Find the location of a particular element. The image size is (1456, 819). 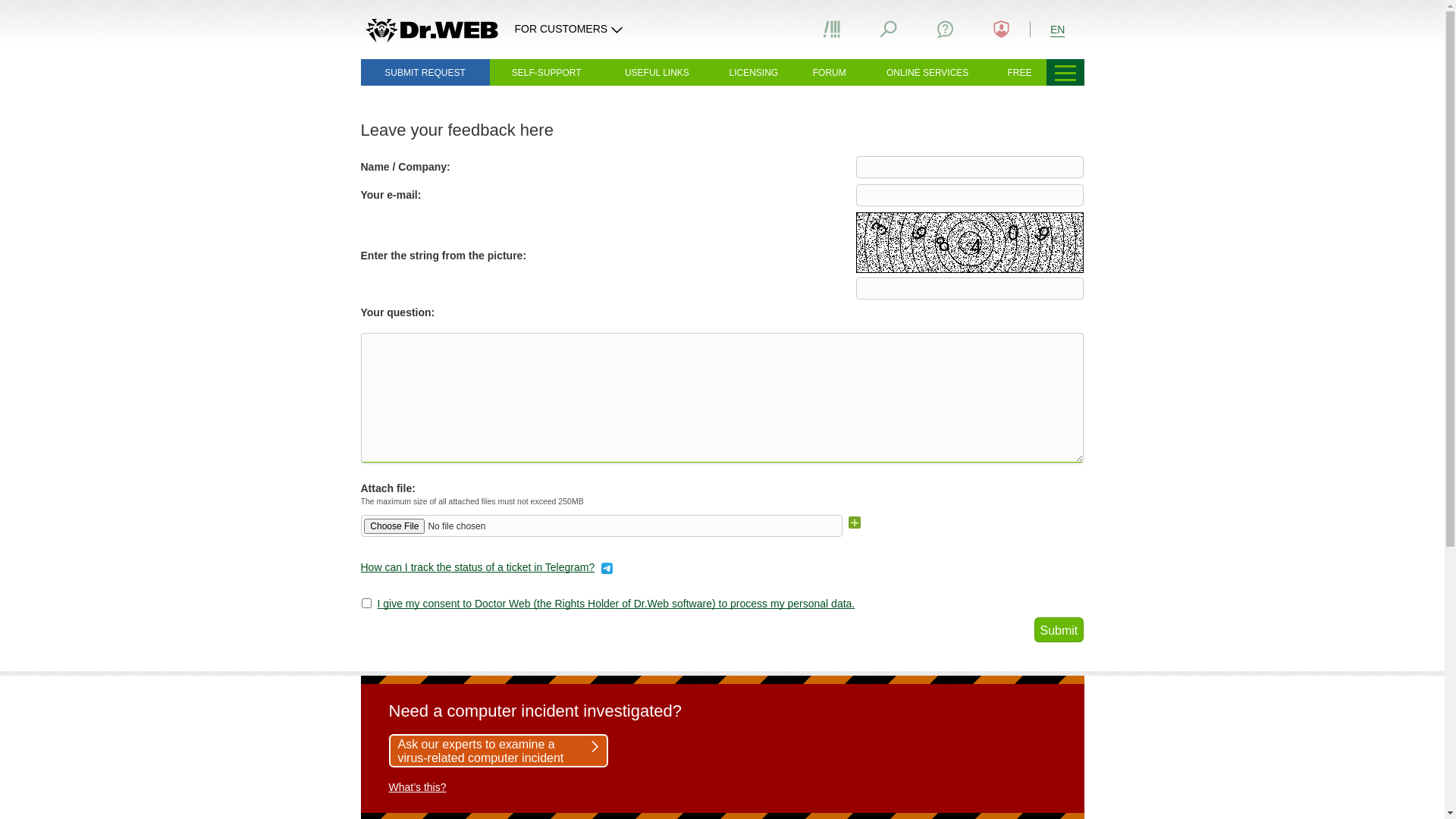

'LICENSING' is located at coordinates (753, 72).